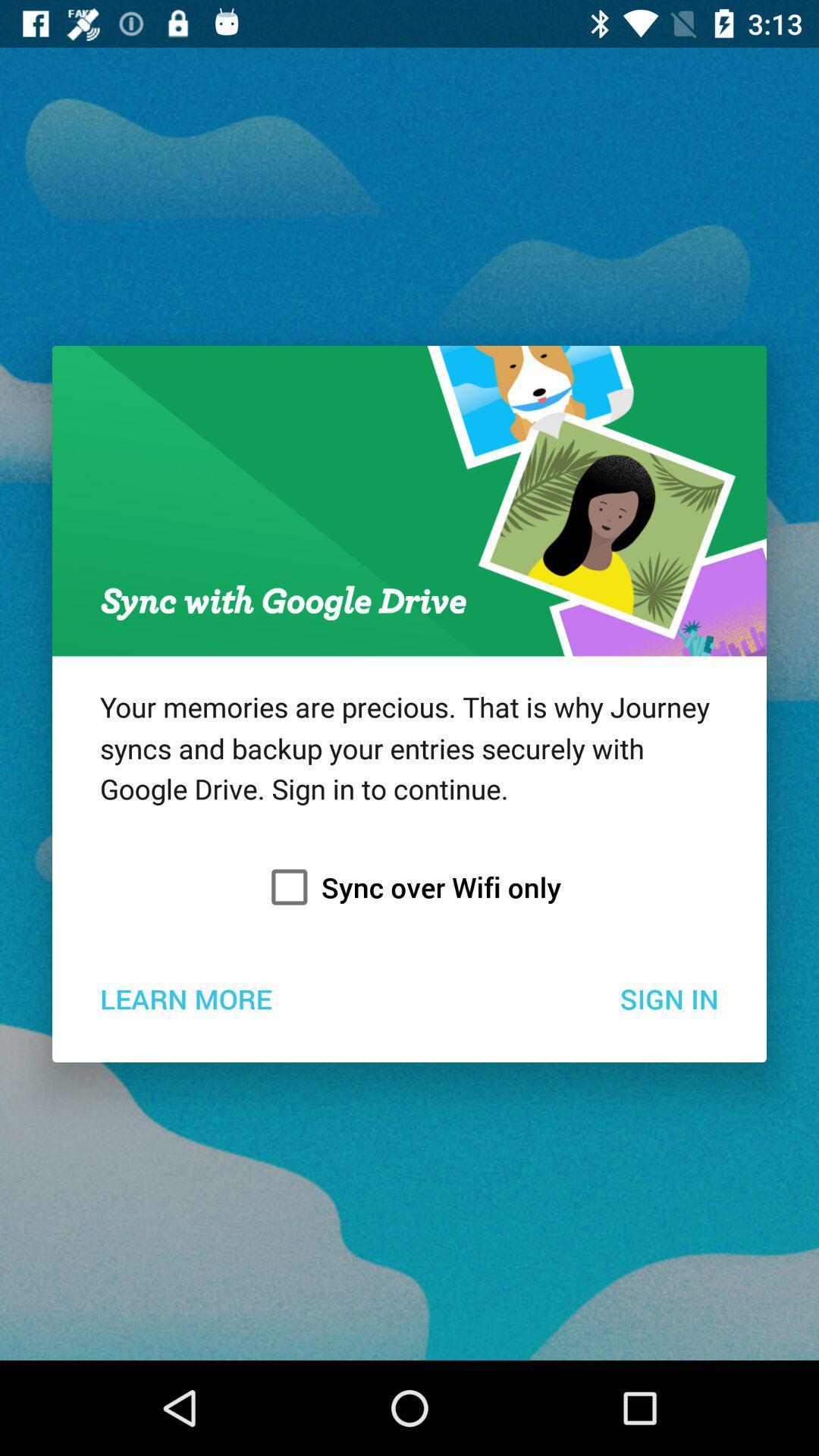 The height and width of the screenshot is (1456, 819). I want to click on the sync over wifi item, so click(409, 887).